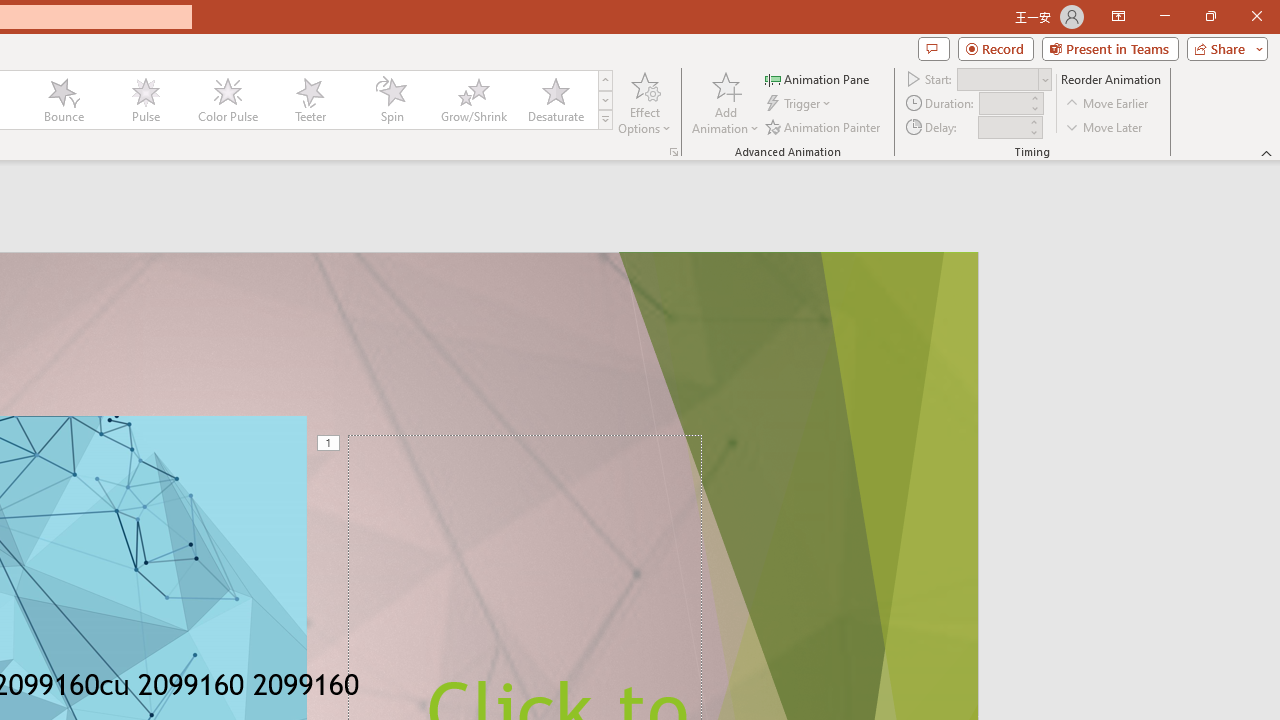 The height and width of the screenshot is (720, 1280). What do you see at coordinates (391, 100) in the screenshot?
I see `'Spin'` at bounding box center [391, 100].